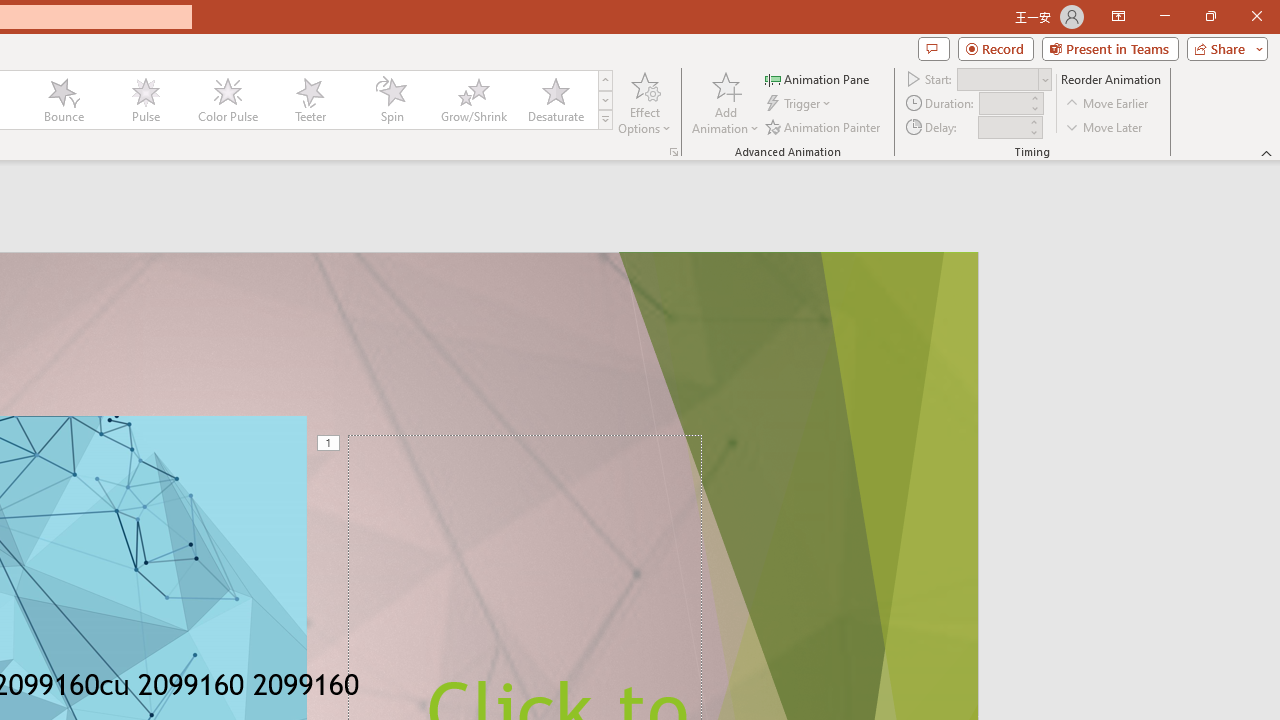 The height and width of the screenshot is (720, 1280). What do you see at coordinates (391, 100) in the screenshot?
I see `'Spin'` at bounding box center [391, 100].